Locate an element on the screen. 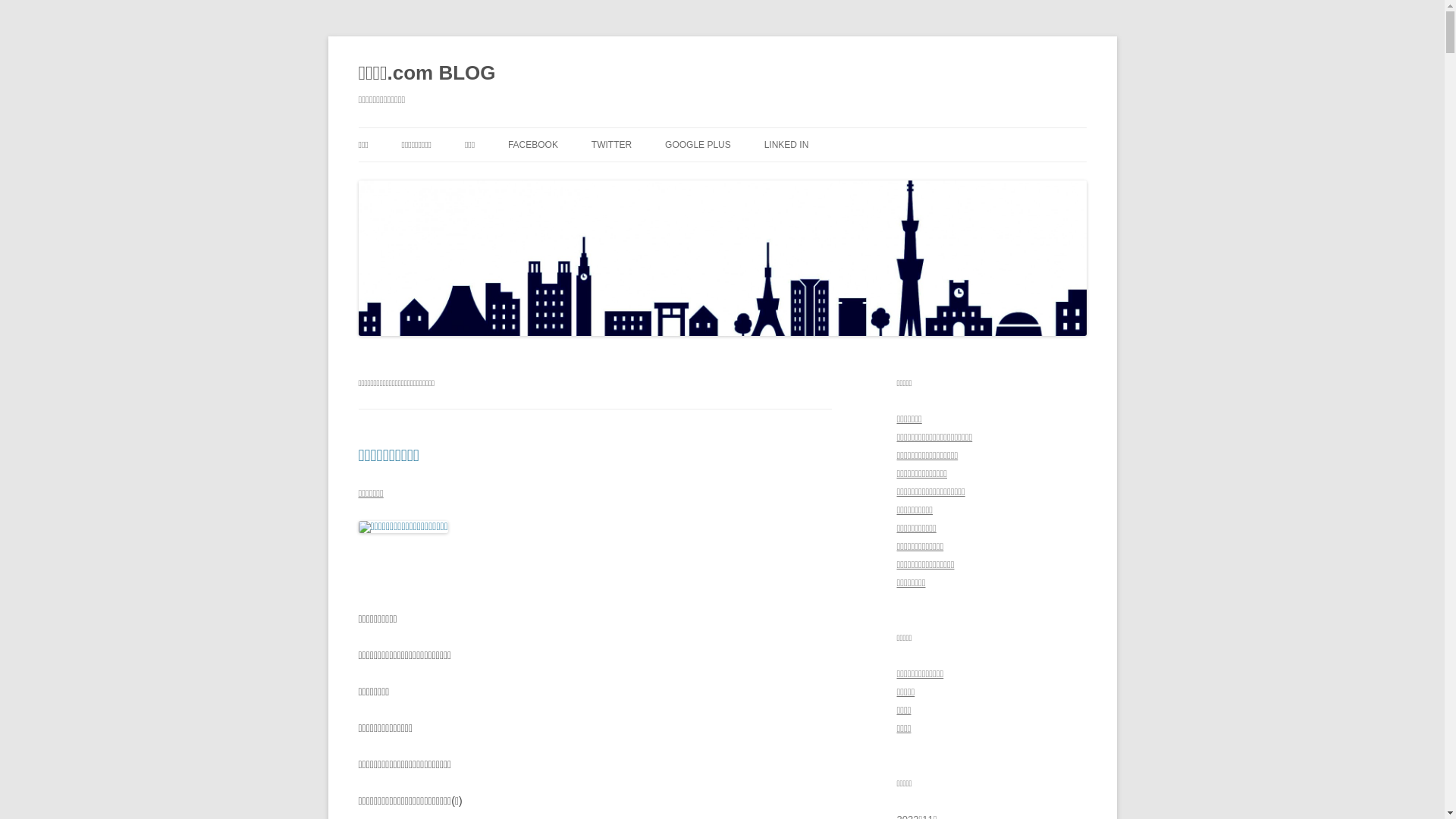  'GOOGLE PLUS' is located at coordinates (697, 145).